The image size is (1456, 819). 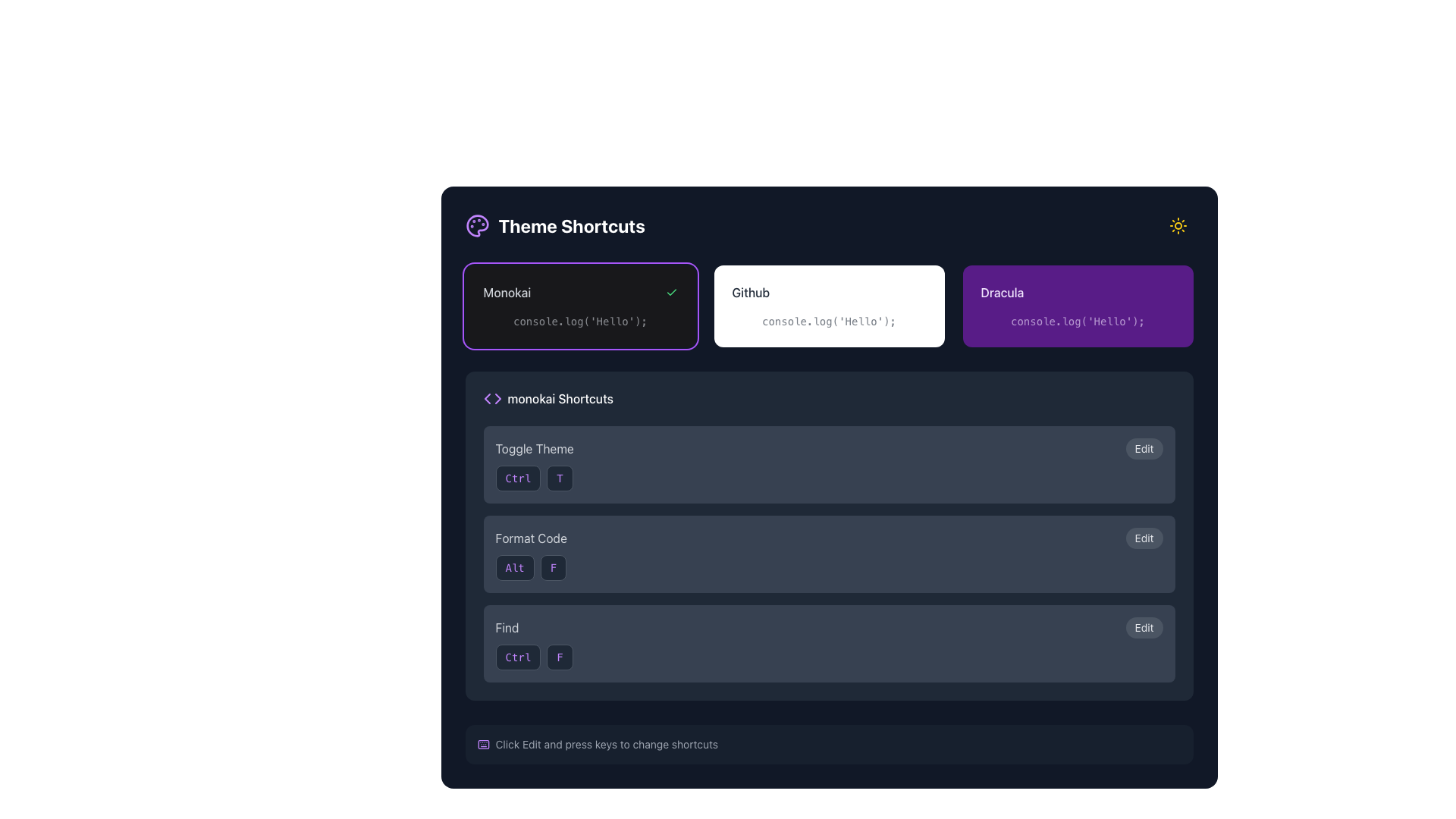 I want to click on the purple arrow-shaped chevron icon located in the 'monokai Shortcuts' section, specifically on the right side of the chevron-like structure, so click(x=497, y=397).